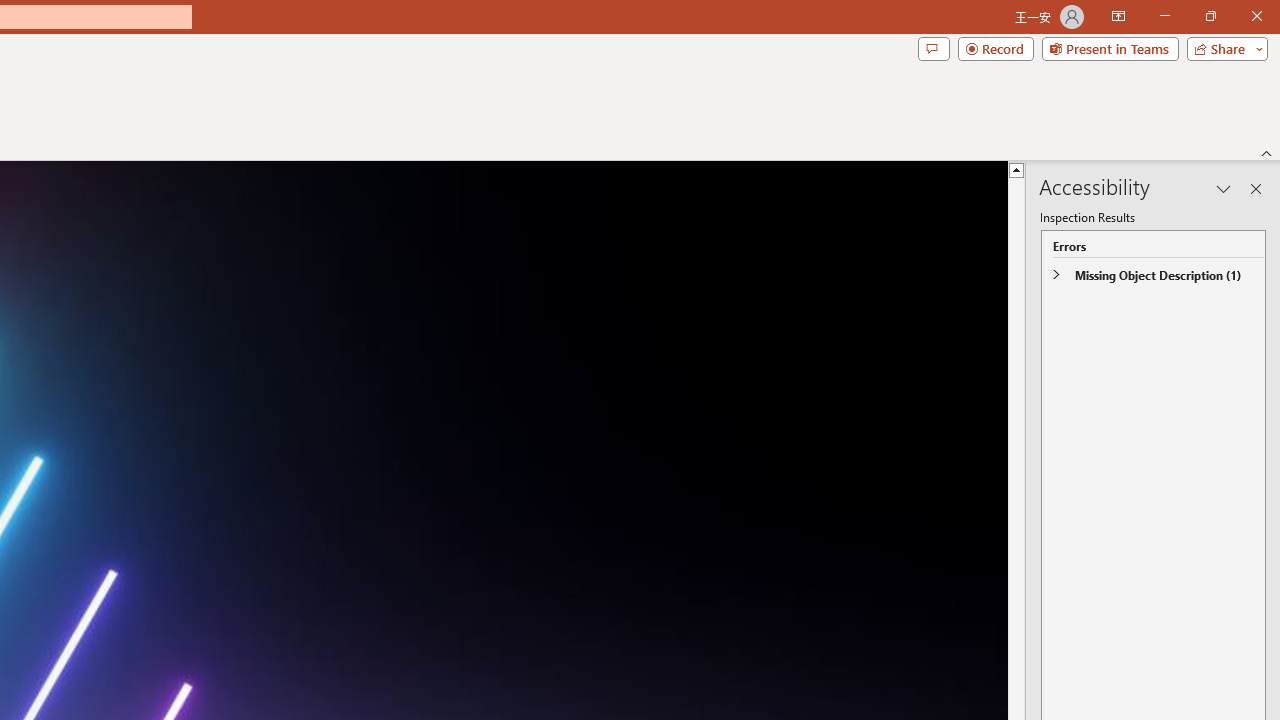 This screenshot has height=720, width=1280. Describe the element at coordinates (1109, 47) in the screenshot. I see `'Present in Teams'` at that location.